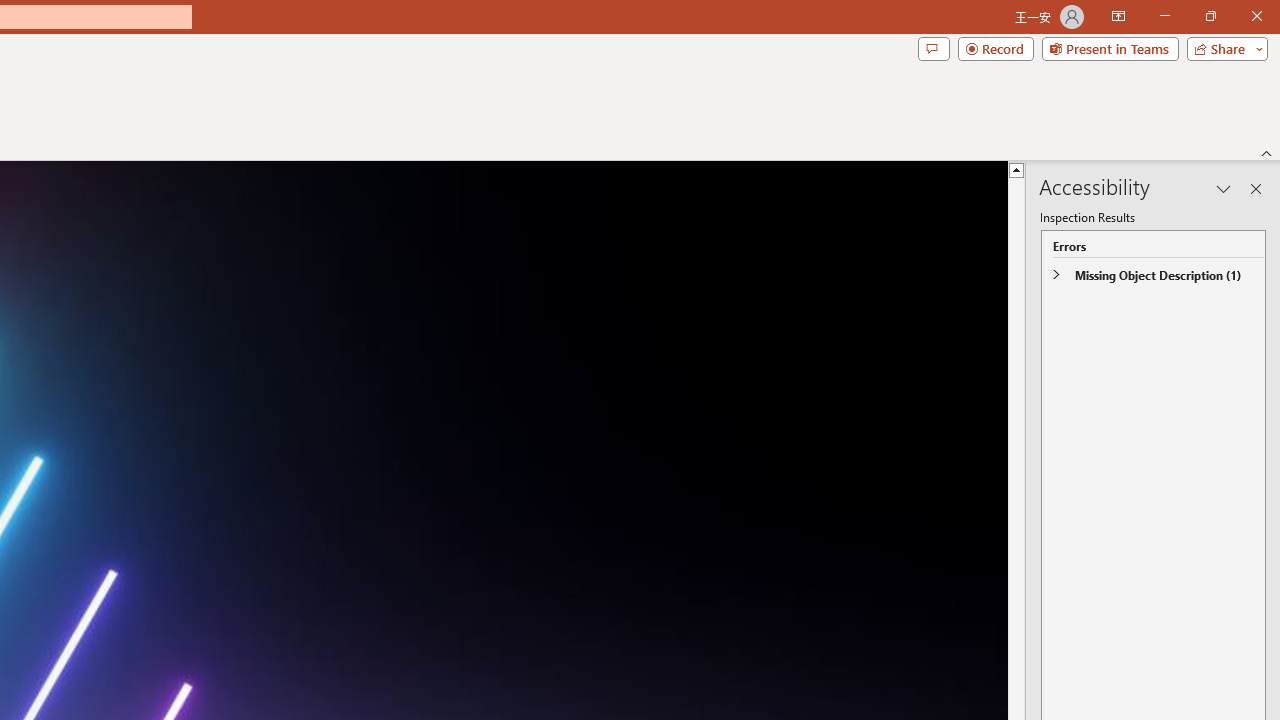 This screenshot has height=720, width=1280. Describe the element at coordinates (1109, 47) in the screenshot. I see `'Present in Teams'` at that location.